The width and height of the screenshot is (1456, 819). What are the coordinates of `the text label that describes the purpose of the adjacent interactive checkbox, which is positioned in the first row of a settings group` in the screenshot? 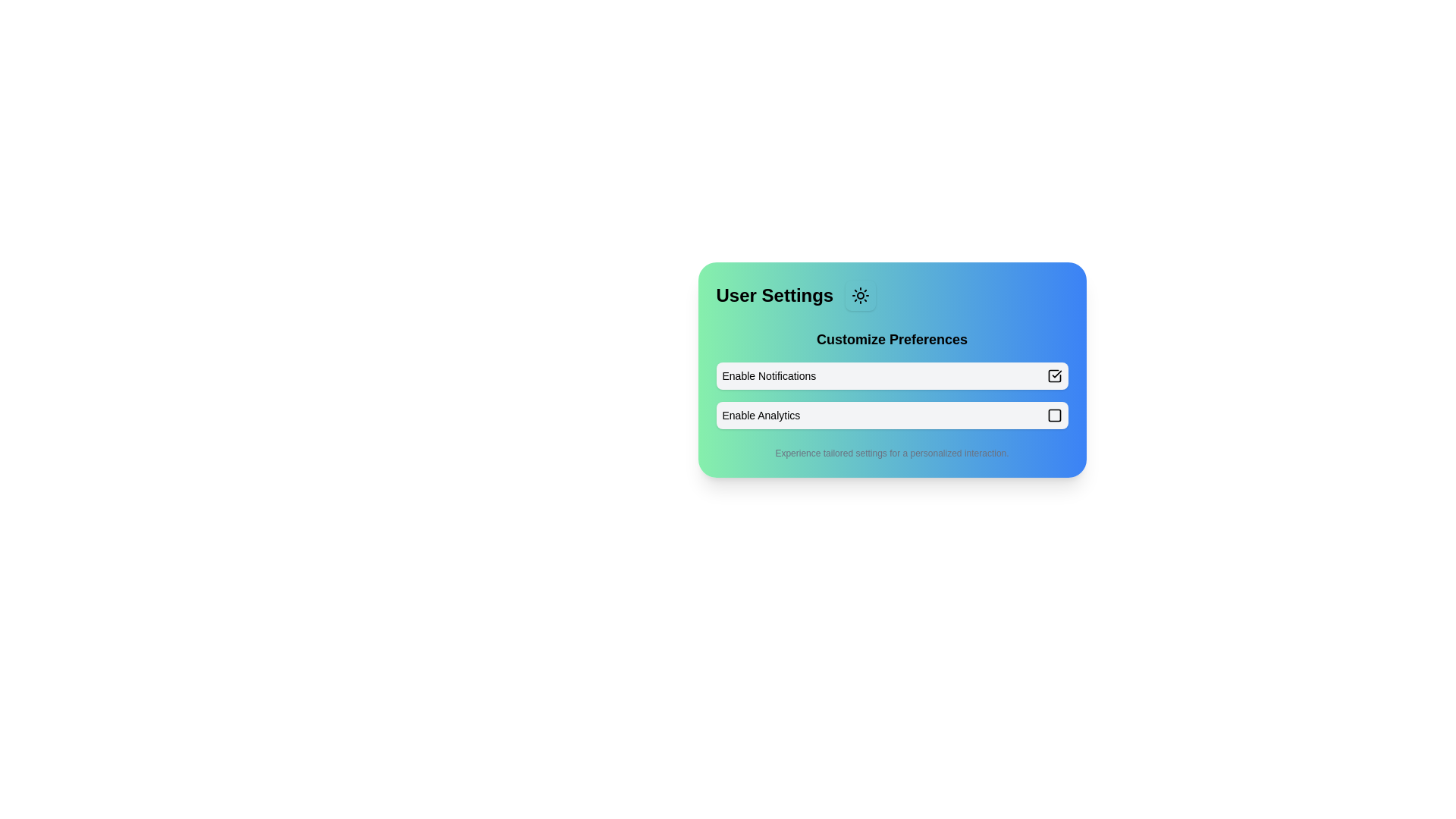 It's located at (769, 375).